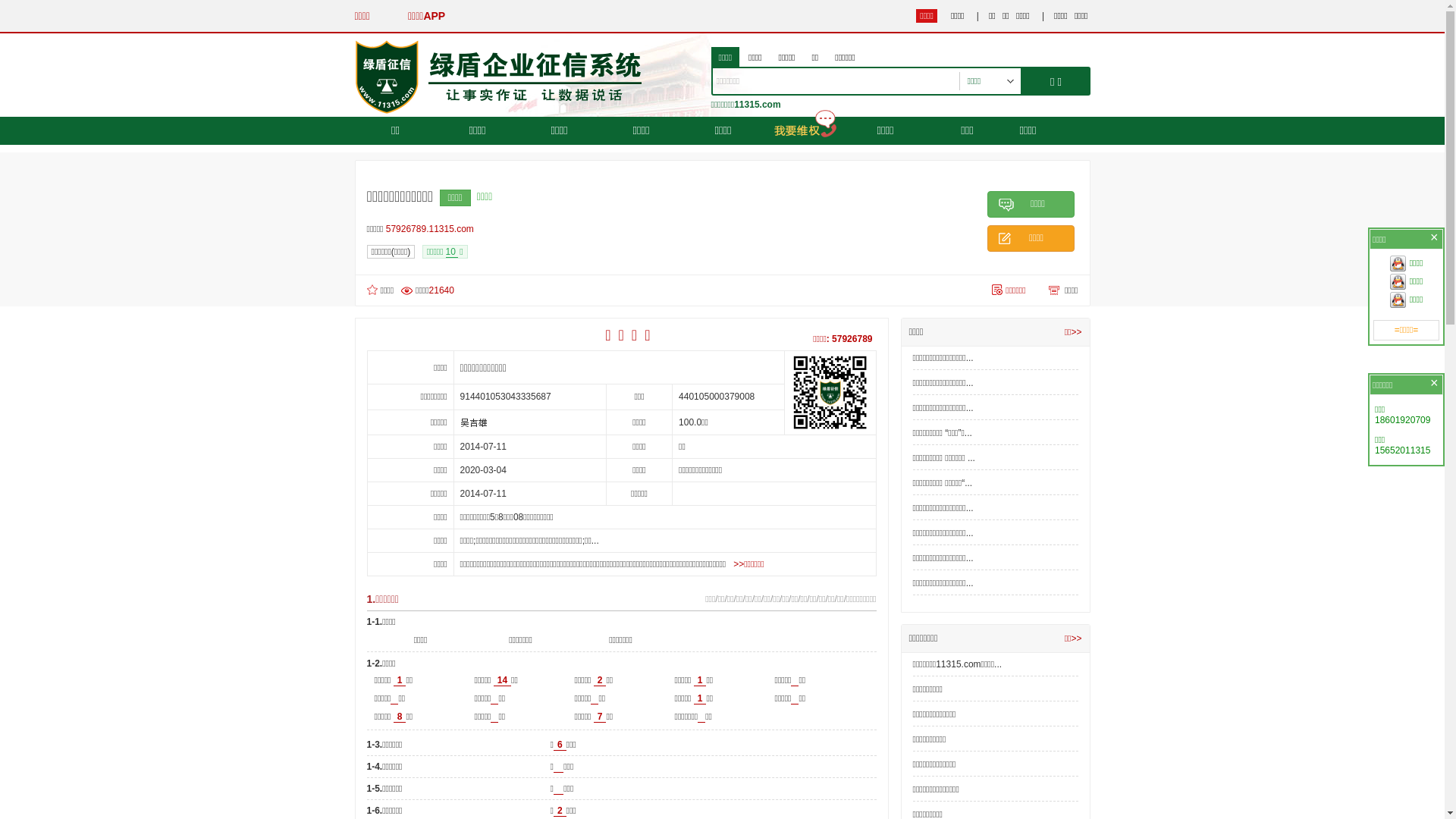  Describe the element at coordinates (559, 744) in the screenshot. I see `'6'` at that location.